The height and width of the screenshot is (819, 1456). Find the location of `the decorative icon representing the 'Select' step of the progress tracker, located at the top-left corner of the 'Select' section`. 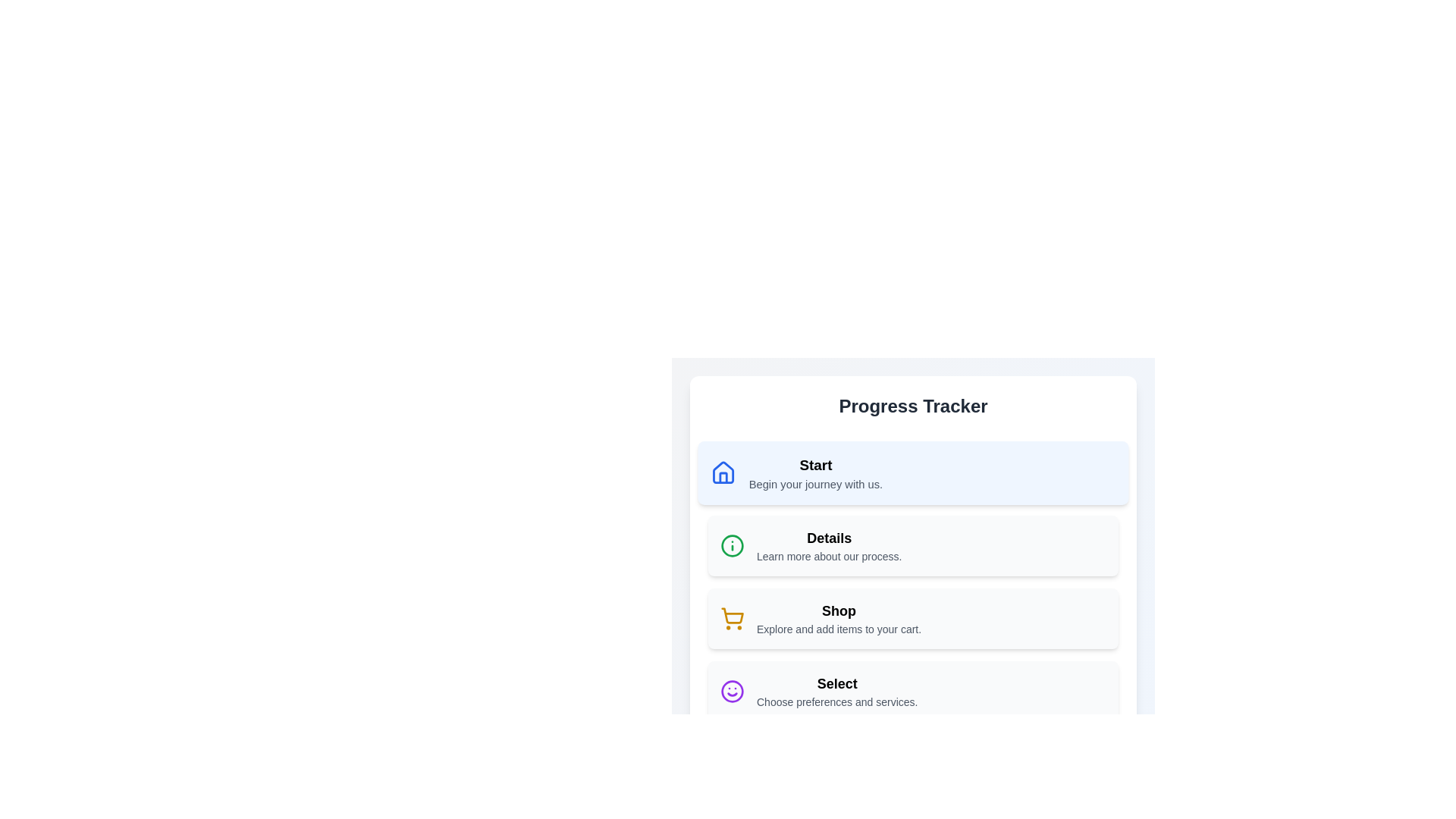

the decorative icon representing the 'Select' step of the progress tracker, located at the top-left corner of the 'Select' section is located at coordinates (732, 691).